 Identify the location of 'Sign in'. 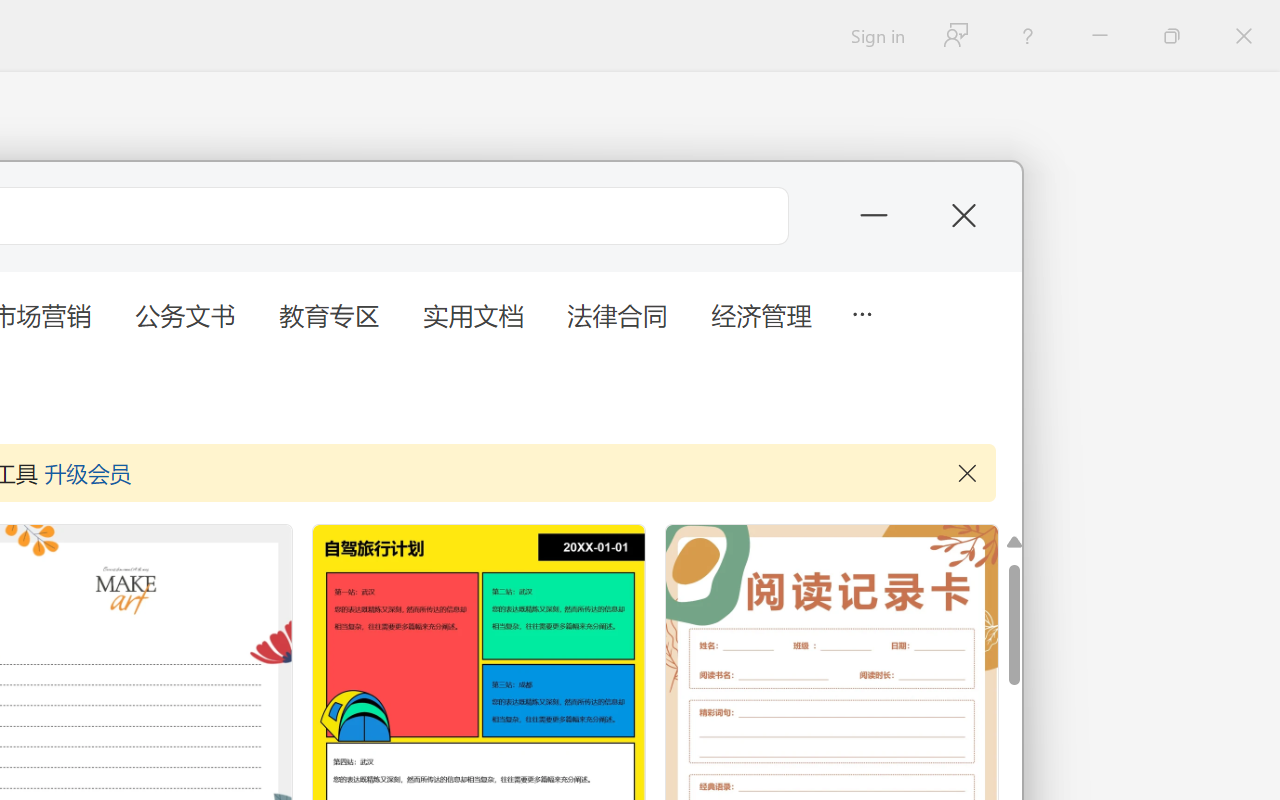
(876, 34).